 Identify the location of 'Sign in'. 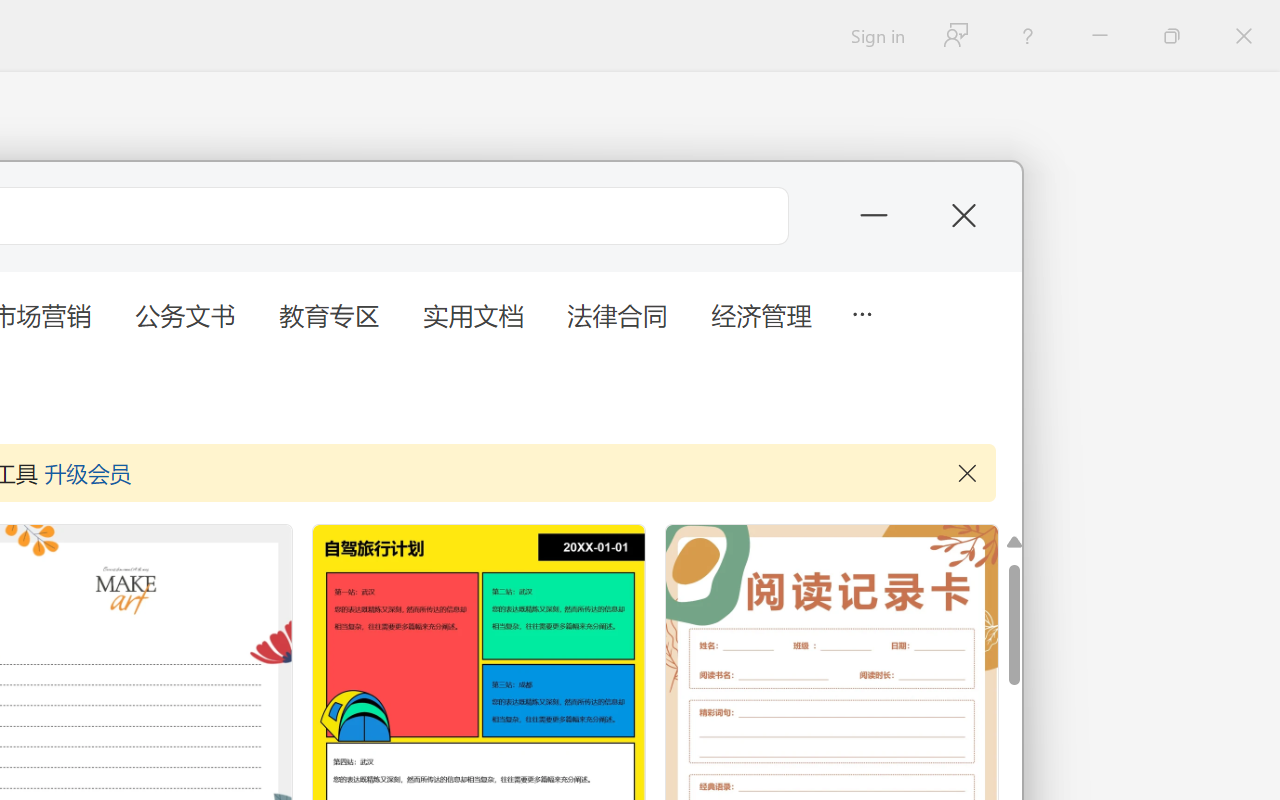
(876, 34).